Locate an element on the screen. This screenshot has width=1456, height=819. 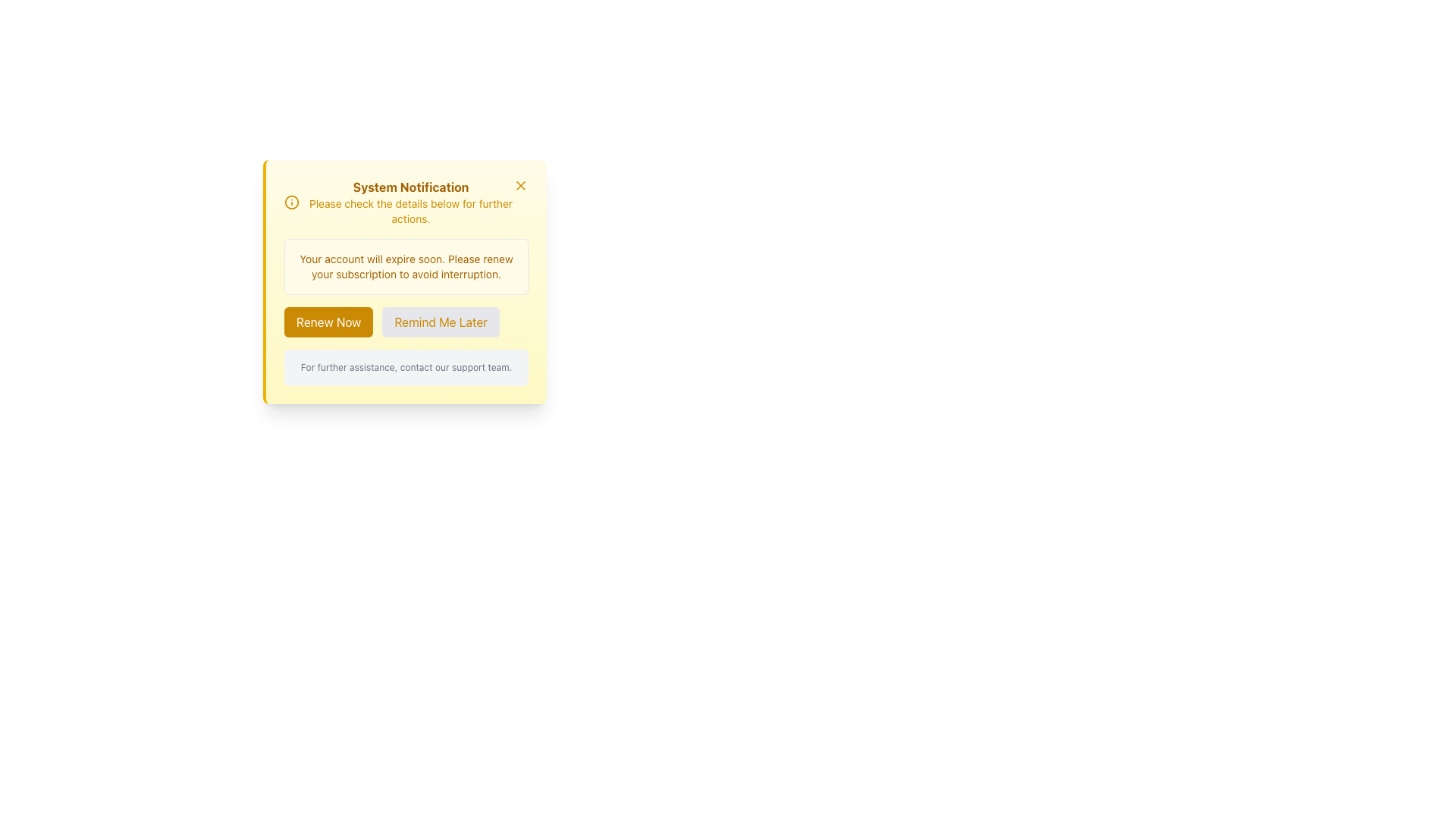
the Text Display Area that notifies the user about their account's expiration, located centrally within the notification panel below the header 'System Notification' is located at coordinates (406, 265).